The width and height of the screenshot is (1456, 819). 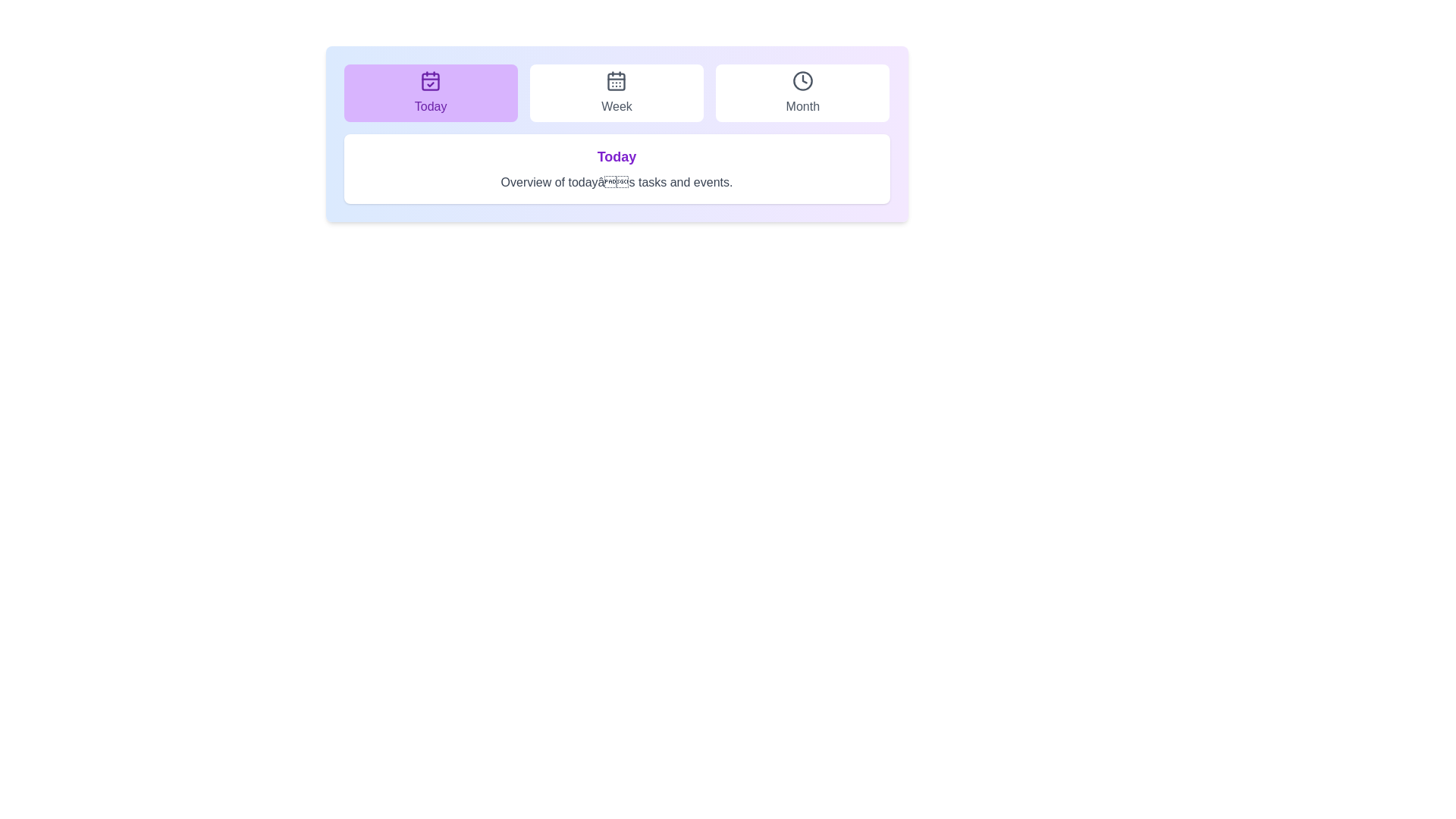 What do you see at coordinates (617, 81) in the screenshot?
I see `the icon within the Week tab` at bounding box center [617, 81].